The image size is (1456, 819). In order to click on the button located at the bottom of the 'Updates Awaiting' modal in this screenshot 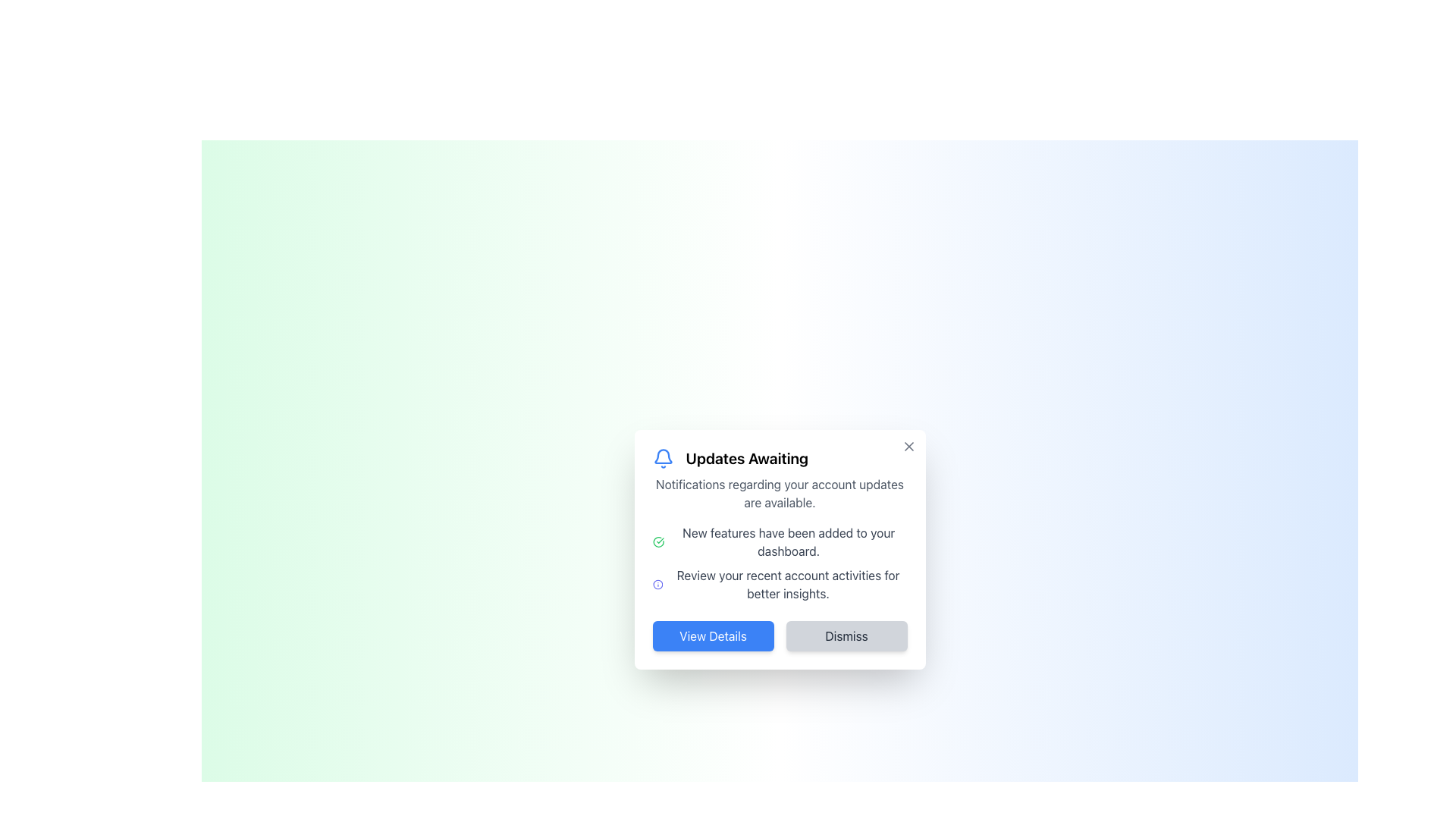, I will do `click(712, 636)`.